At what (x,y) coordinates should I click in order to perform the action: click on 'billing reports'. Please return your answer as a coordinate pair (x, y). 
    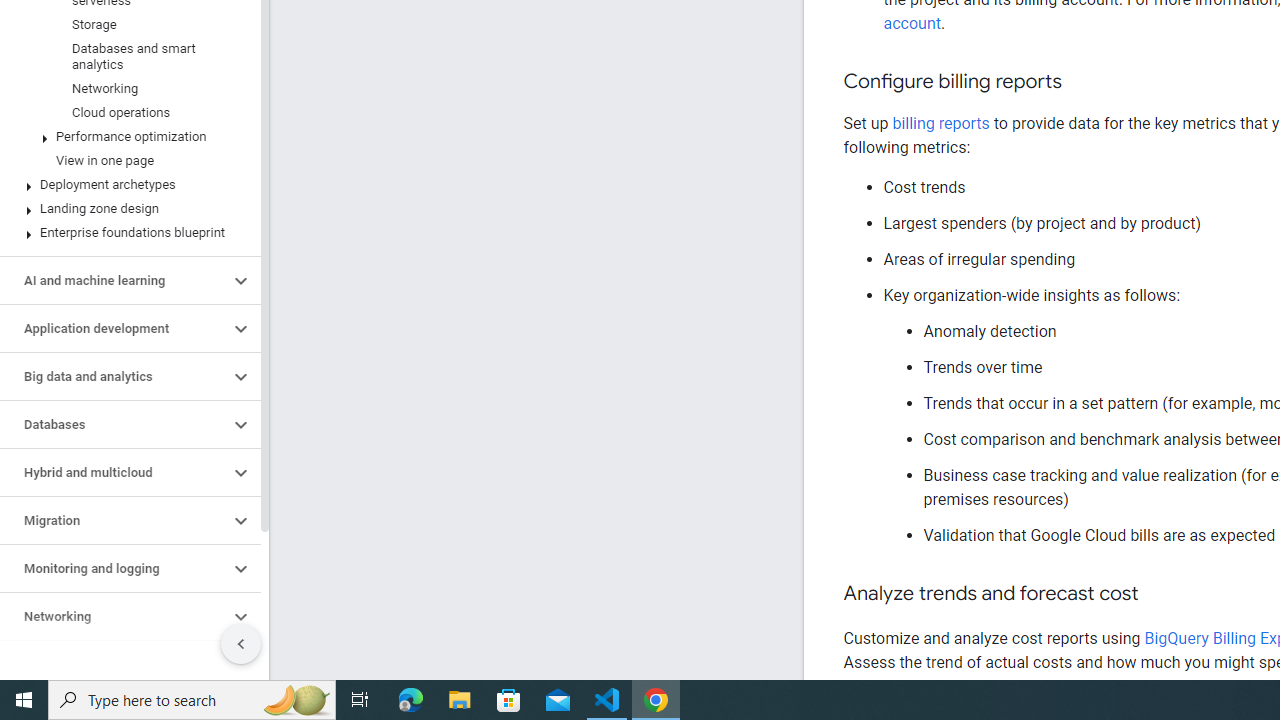
    Looking at the image, I should click on (939, 123).